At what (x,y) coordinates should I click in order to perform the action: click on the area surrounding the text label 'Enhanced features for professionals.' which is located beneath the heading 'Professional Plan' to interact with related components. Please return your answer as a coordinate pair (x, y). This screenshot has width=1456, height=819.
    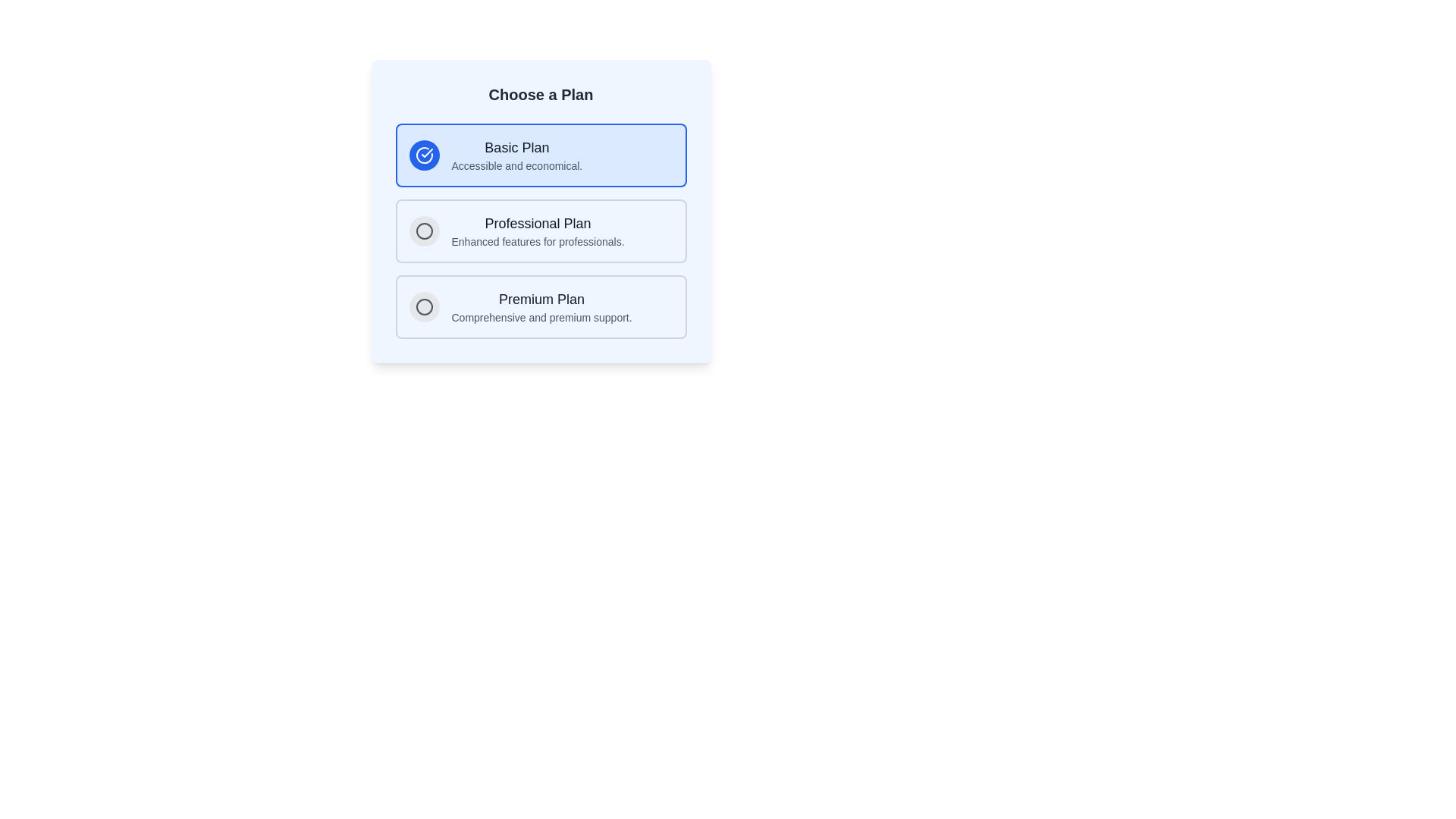
    Looking at the image, I should click on (538, 241).